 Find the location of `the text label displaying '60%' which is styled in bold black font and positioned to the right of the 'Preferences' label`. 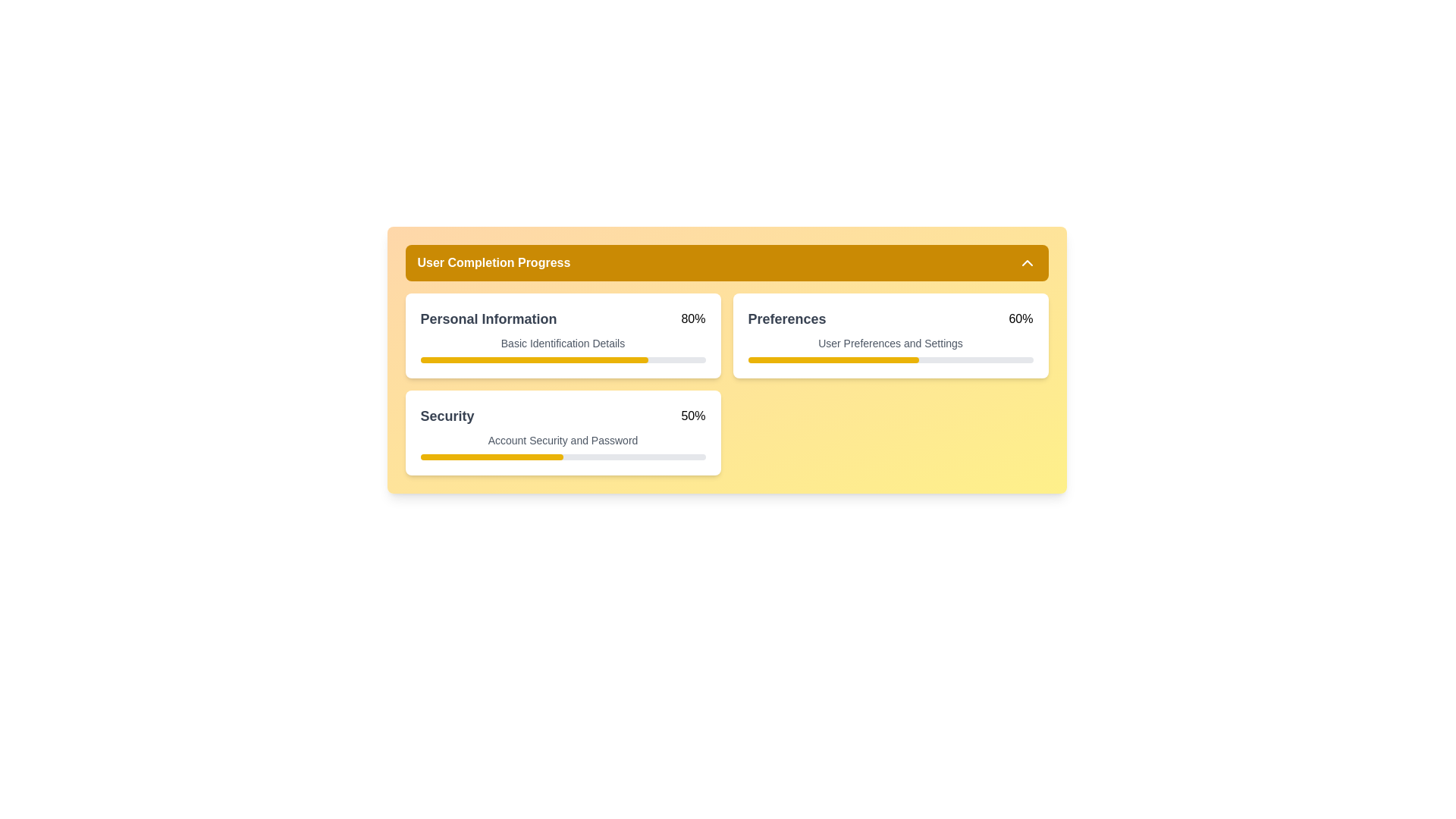

the text label displaying '60%' which is styled in bold black font and positioned to the right of the 'Preferences' label is located at coordinates (1021, 318).